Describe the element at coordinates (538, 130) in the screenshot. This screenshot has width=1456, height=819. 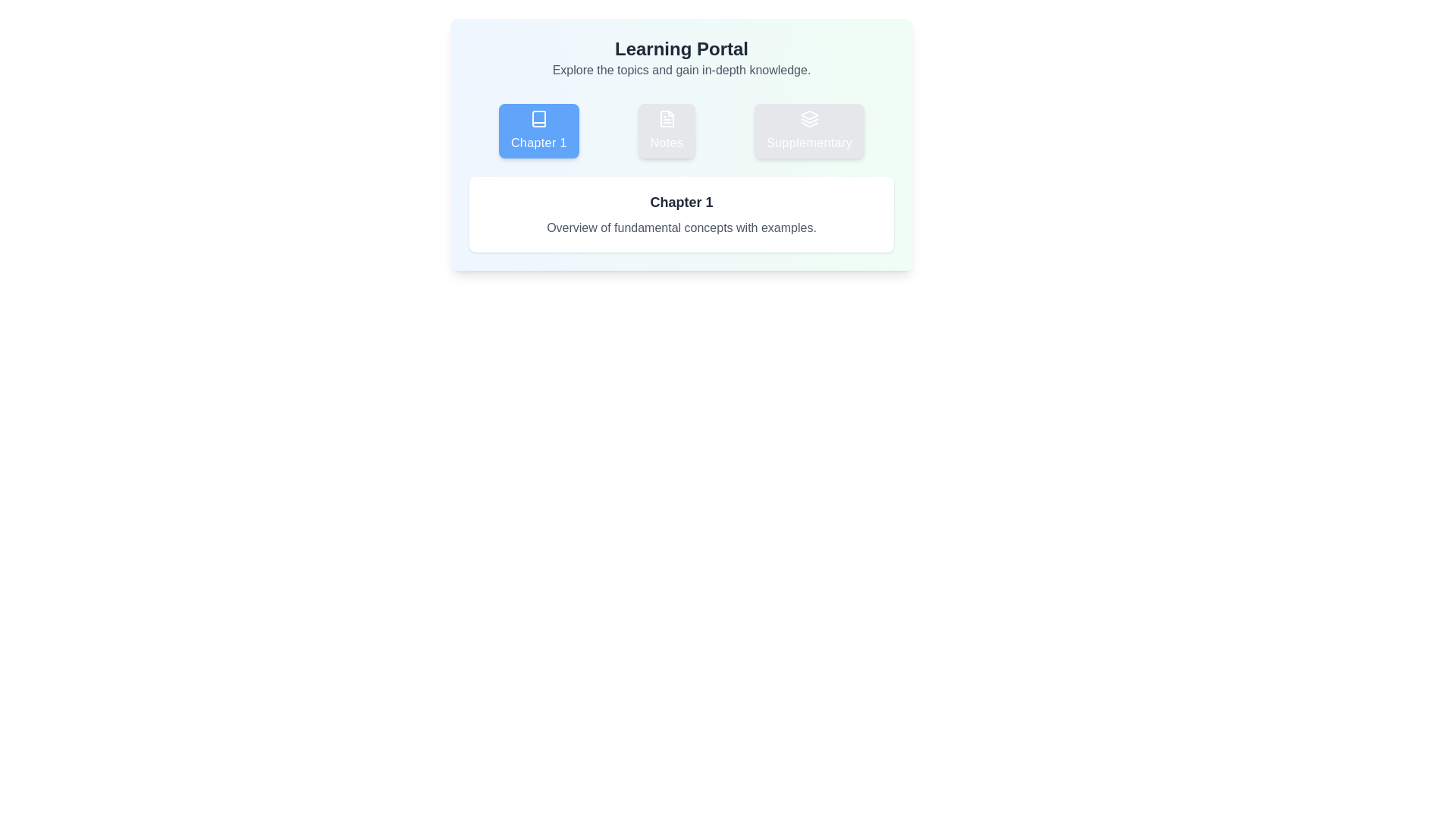
I see `the button labeled 'Chapter 1' with a book icon to trigger the scale animation` at that location.